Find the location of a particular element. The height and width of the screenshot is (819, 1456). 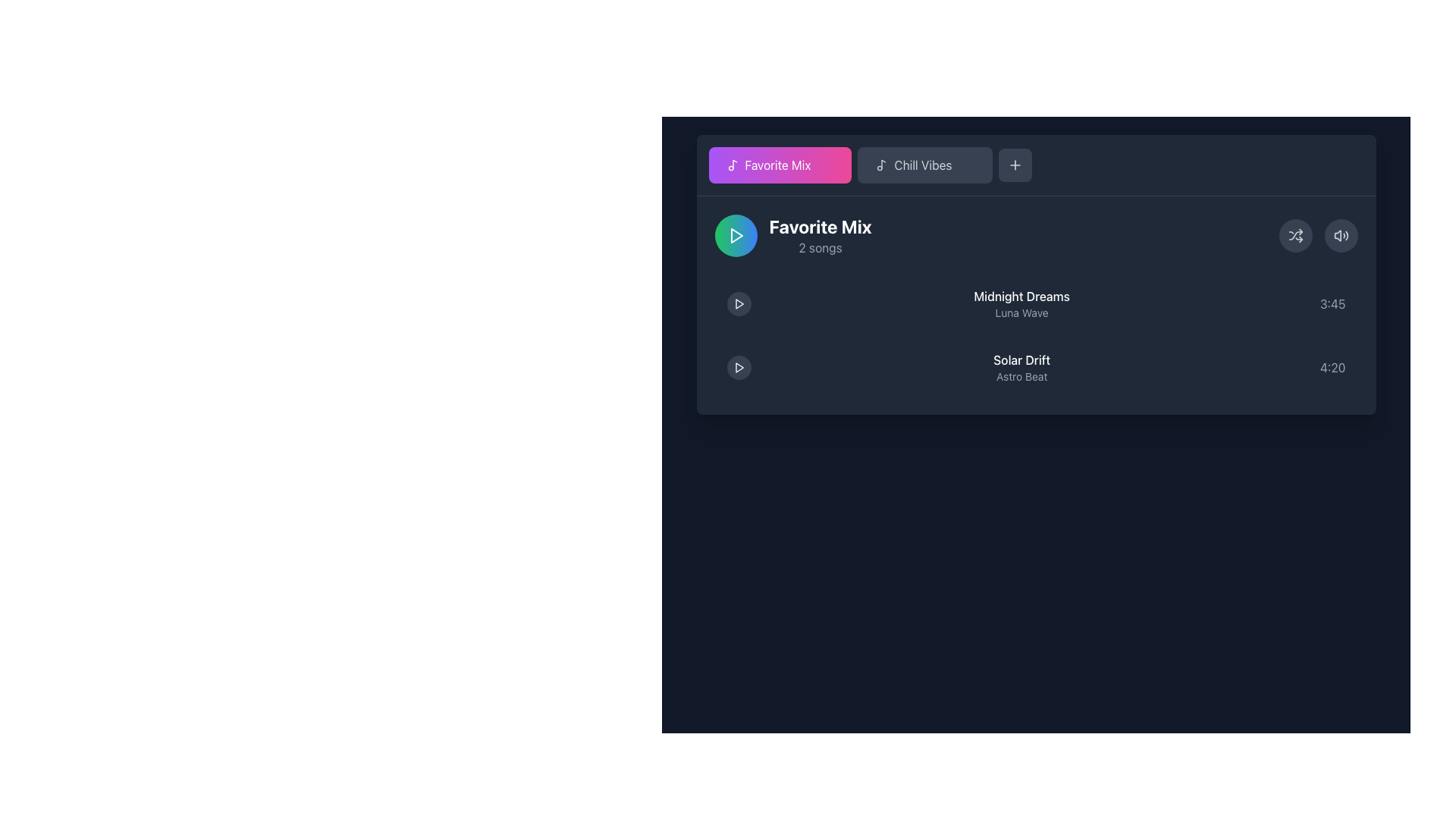

the musical note icon associated with the 'Chill Vibes' button, which is located on the left side of the button, positioned next to the 'Favorite Mix' button is located at coordinates (882, 165).